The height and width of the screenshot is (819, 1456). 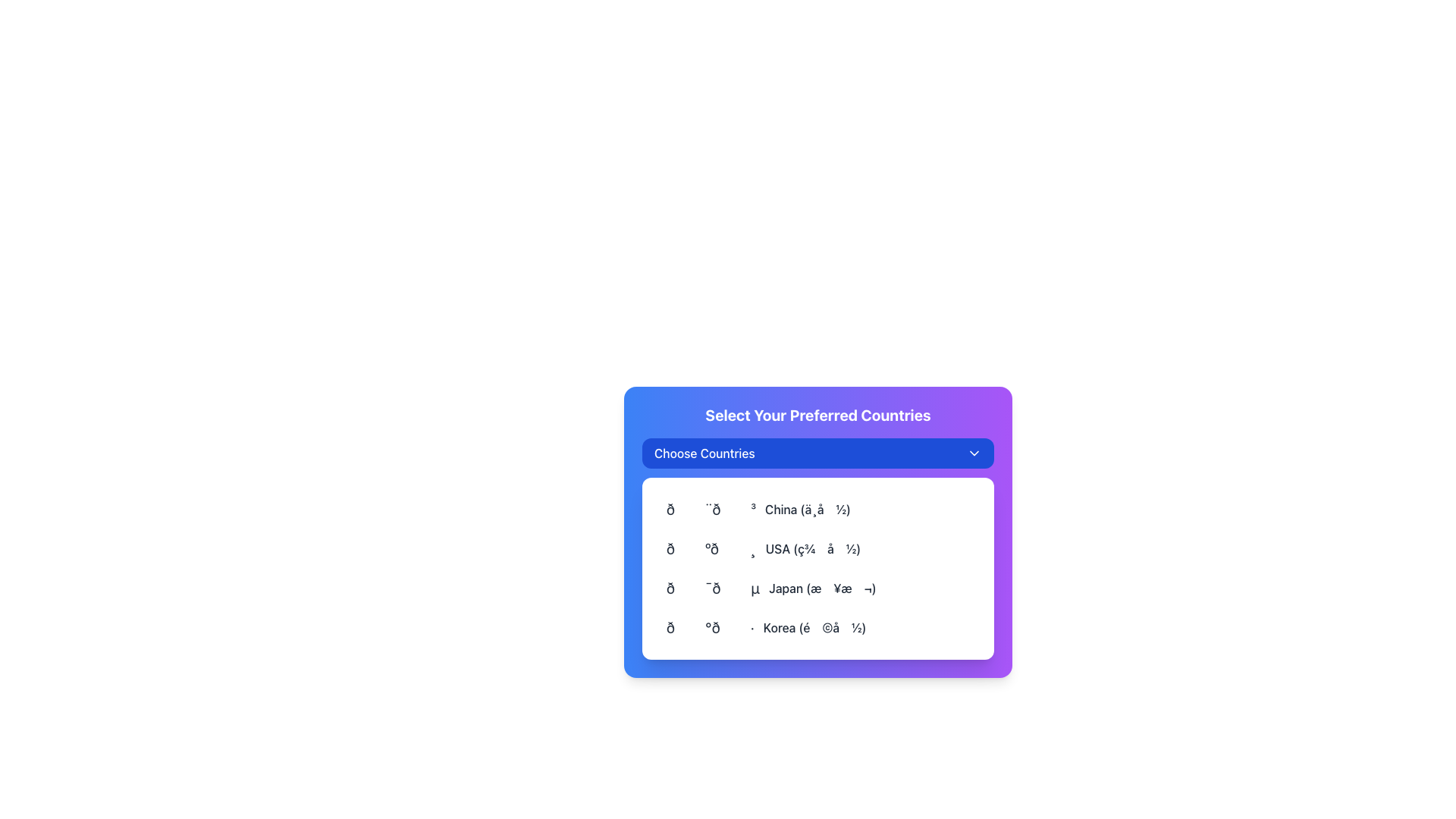 What do you see at coordinates (764, 549) in the screenshot?
I see `the selectable list item for 'USA' in the dropdown menu` at bounding box center [764, 549].